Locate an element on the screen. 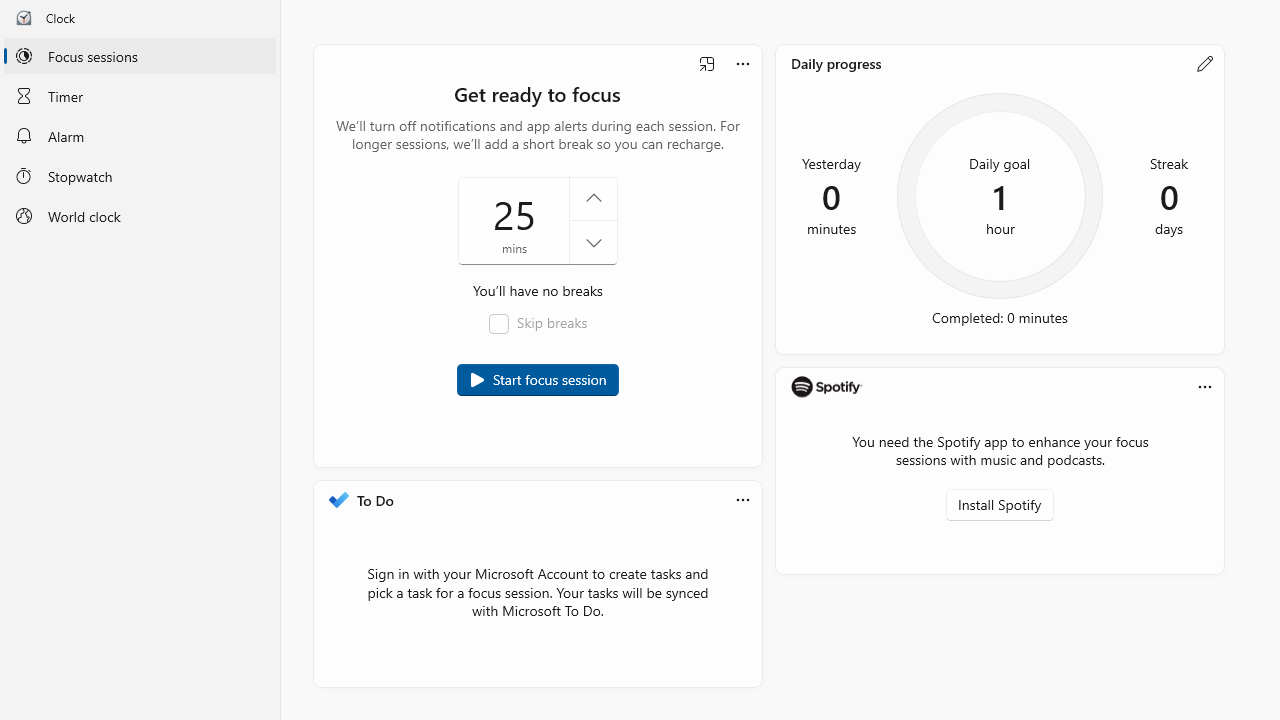 Image resolution: width=1280 pixels, height=720 pixels. 'Increase the focus session time' is located at coordinates (592, 199).